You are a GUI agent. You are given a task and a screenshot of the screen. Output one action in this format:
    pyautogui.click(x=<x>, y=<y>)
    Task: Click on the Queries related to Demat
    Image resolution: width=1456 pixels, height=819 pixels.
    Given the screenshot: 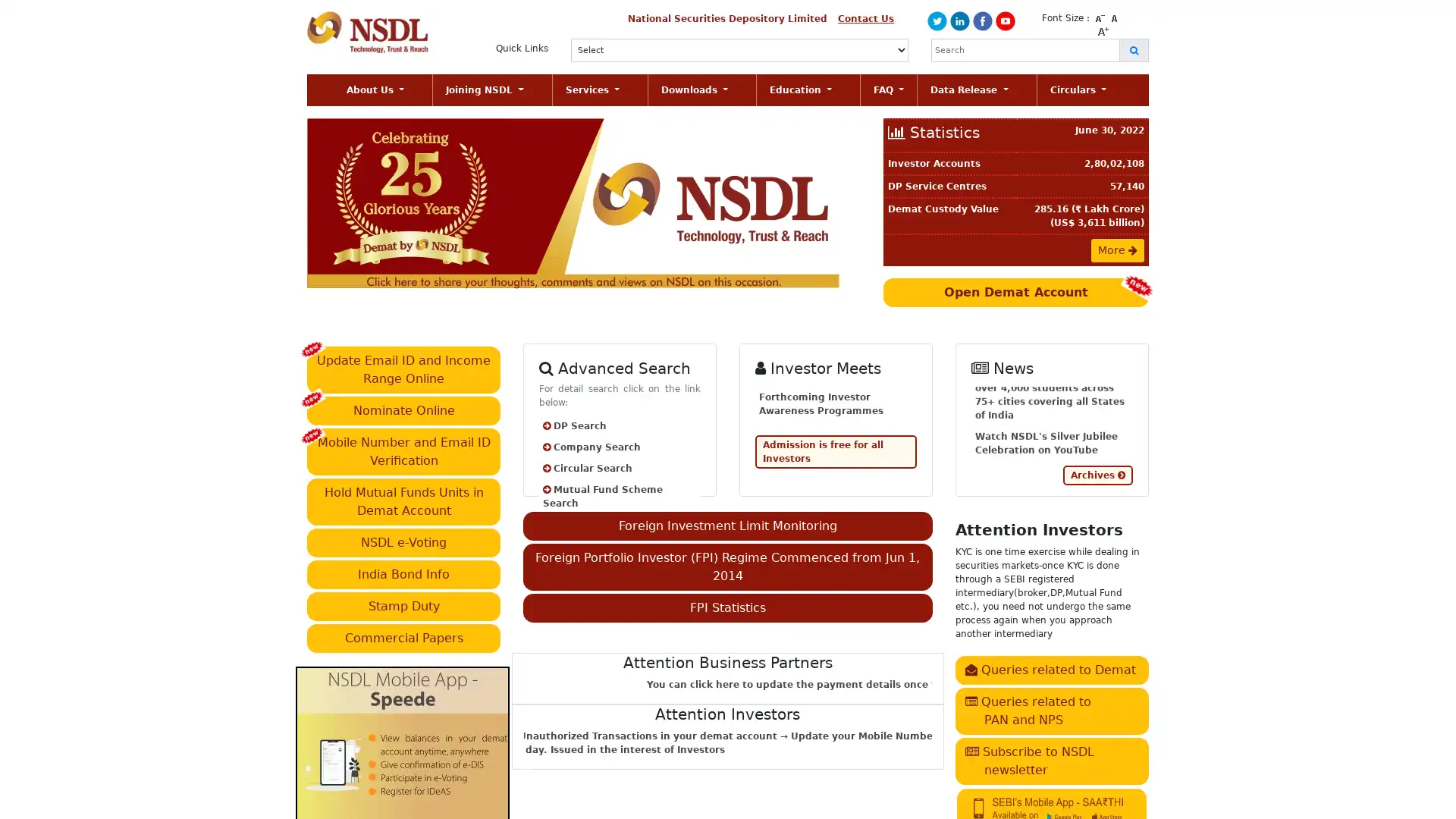 What is the action you would take?
    pyautogui.click(x=1050, y=669)
    